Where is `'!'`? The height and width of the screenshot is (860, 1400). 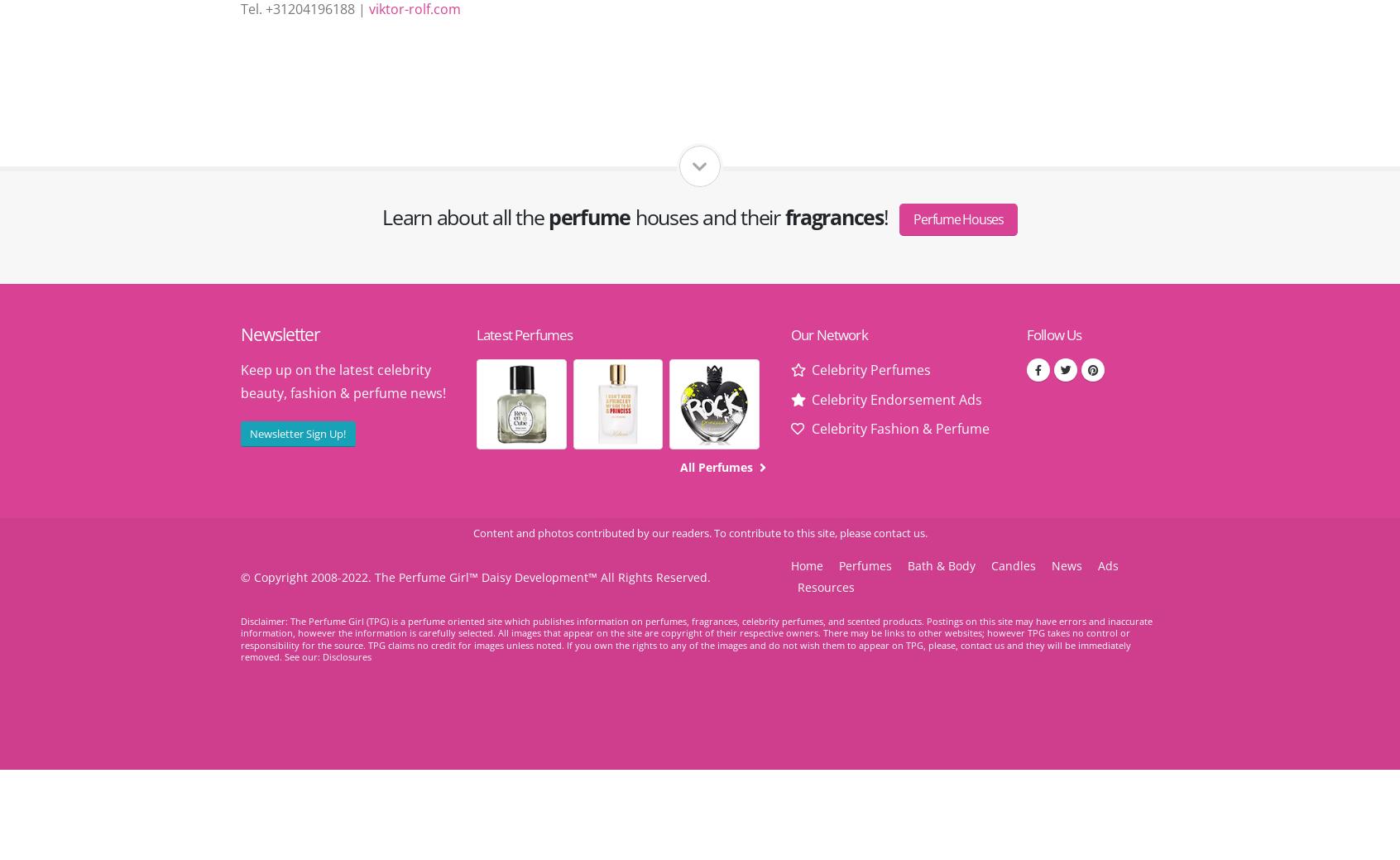
'!' is located at coordinates (888, 217).